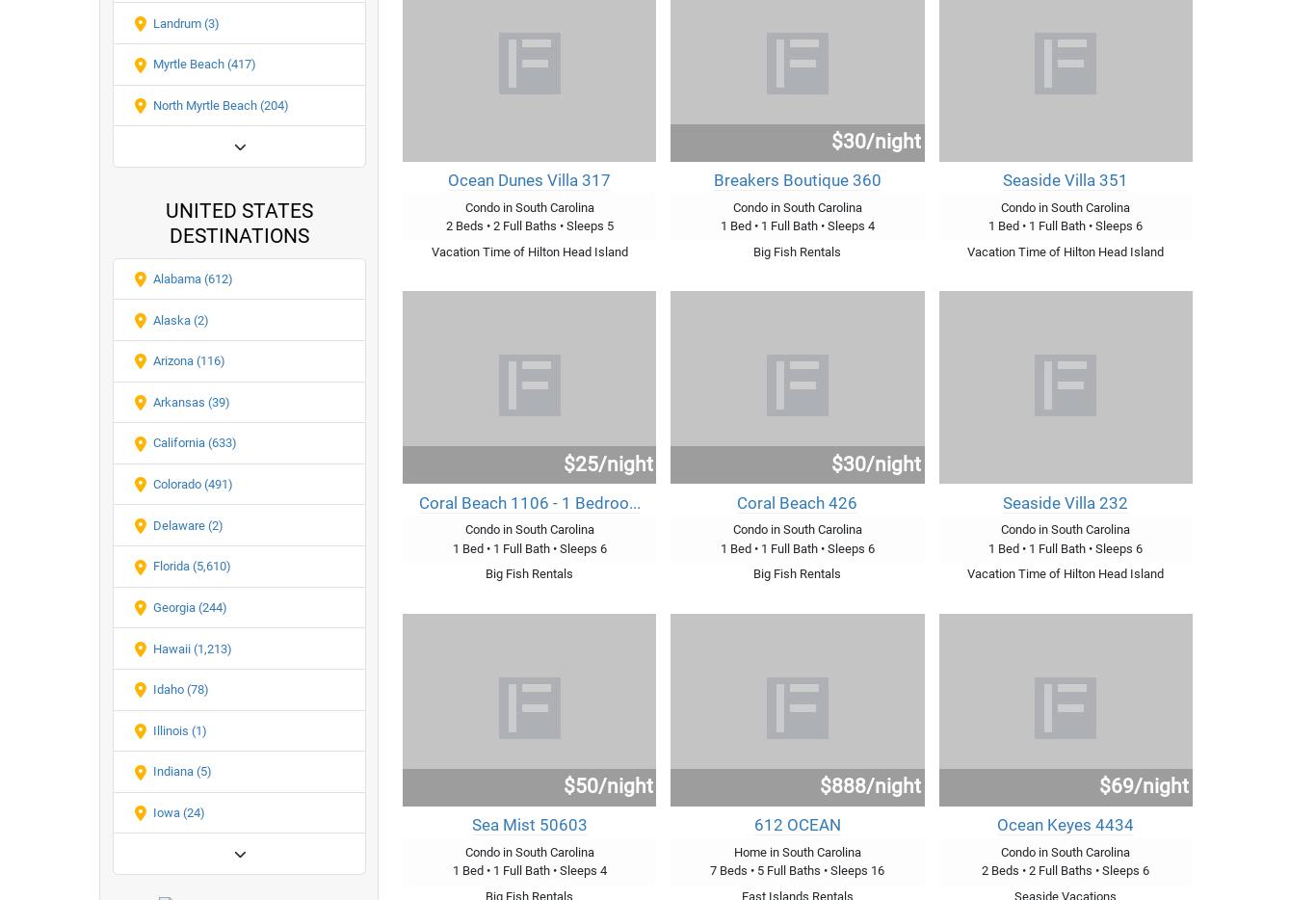 This screenshot has width=1316, height=900. What do you see at coordinates (223, 98) in the screenshot?
I see `'FAQ's'` at bounding box center [223, 98].